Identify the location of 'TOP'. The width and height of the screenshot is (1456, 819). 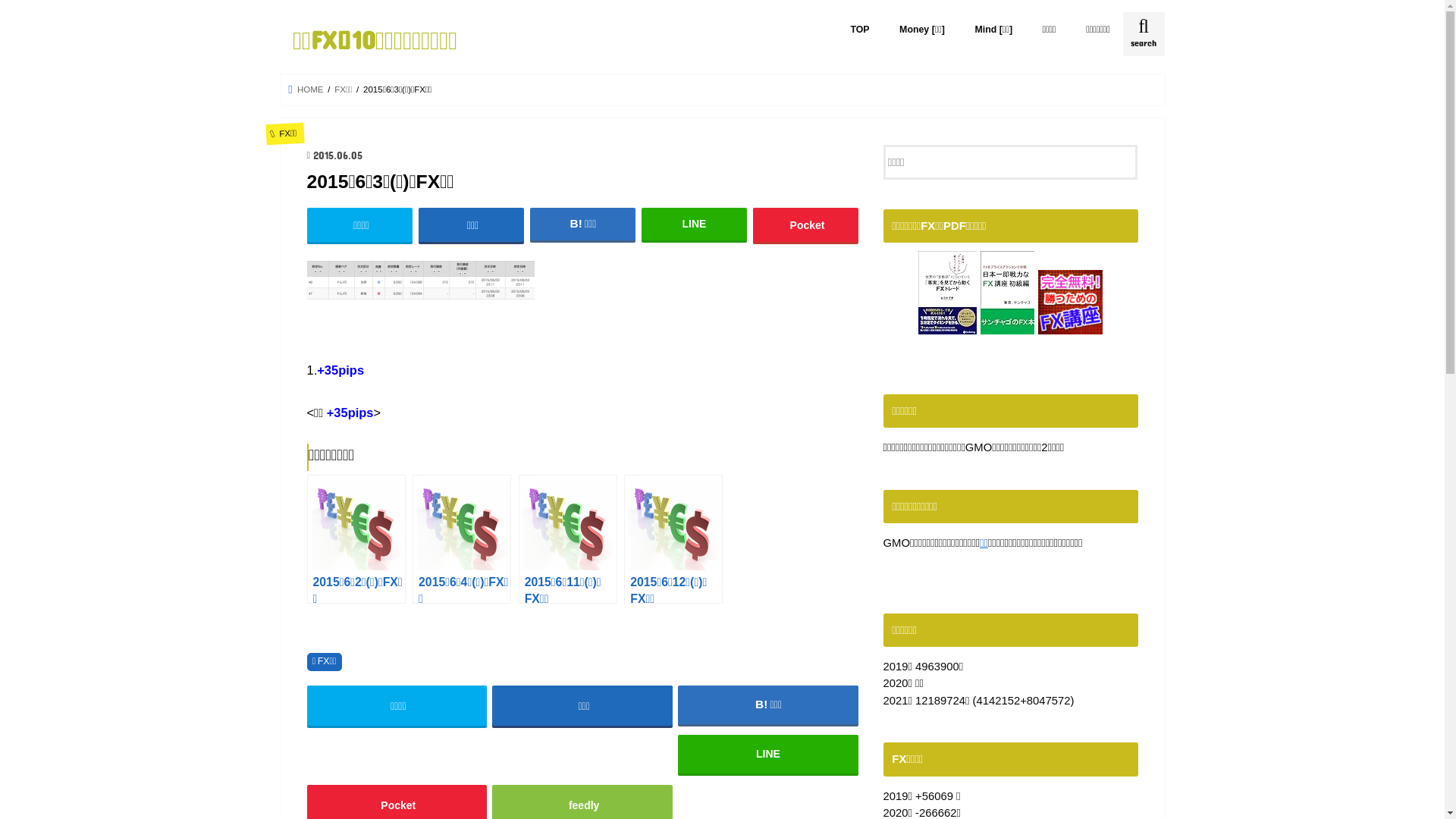
(860, 29).